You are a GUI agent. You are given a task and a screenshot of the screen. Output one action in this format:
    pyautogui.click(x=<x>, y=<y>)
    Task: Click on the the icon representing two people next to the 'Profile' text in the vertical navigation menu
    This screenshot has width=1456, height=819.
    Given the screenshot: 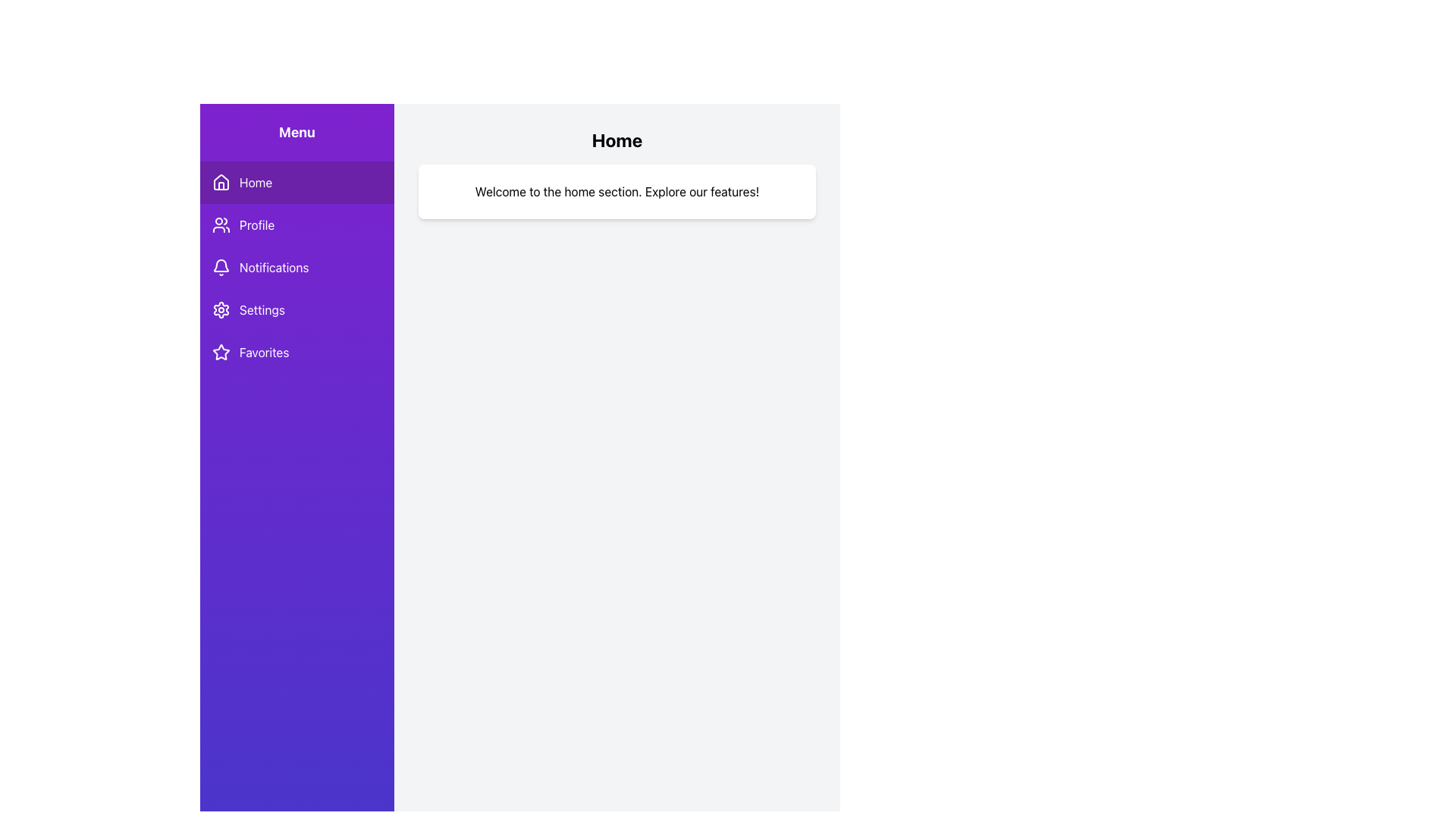 What is the action you would take?
    pyautogui.click(x=221, y=225)
    